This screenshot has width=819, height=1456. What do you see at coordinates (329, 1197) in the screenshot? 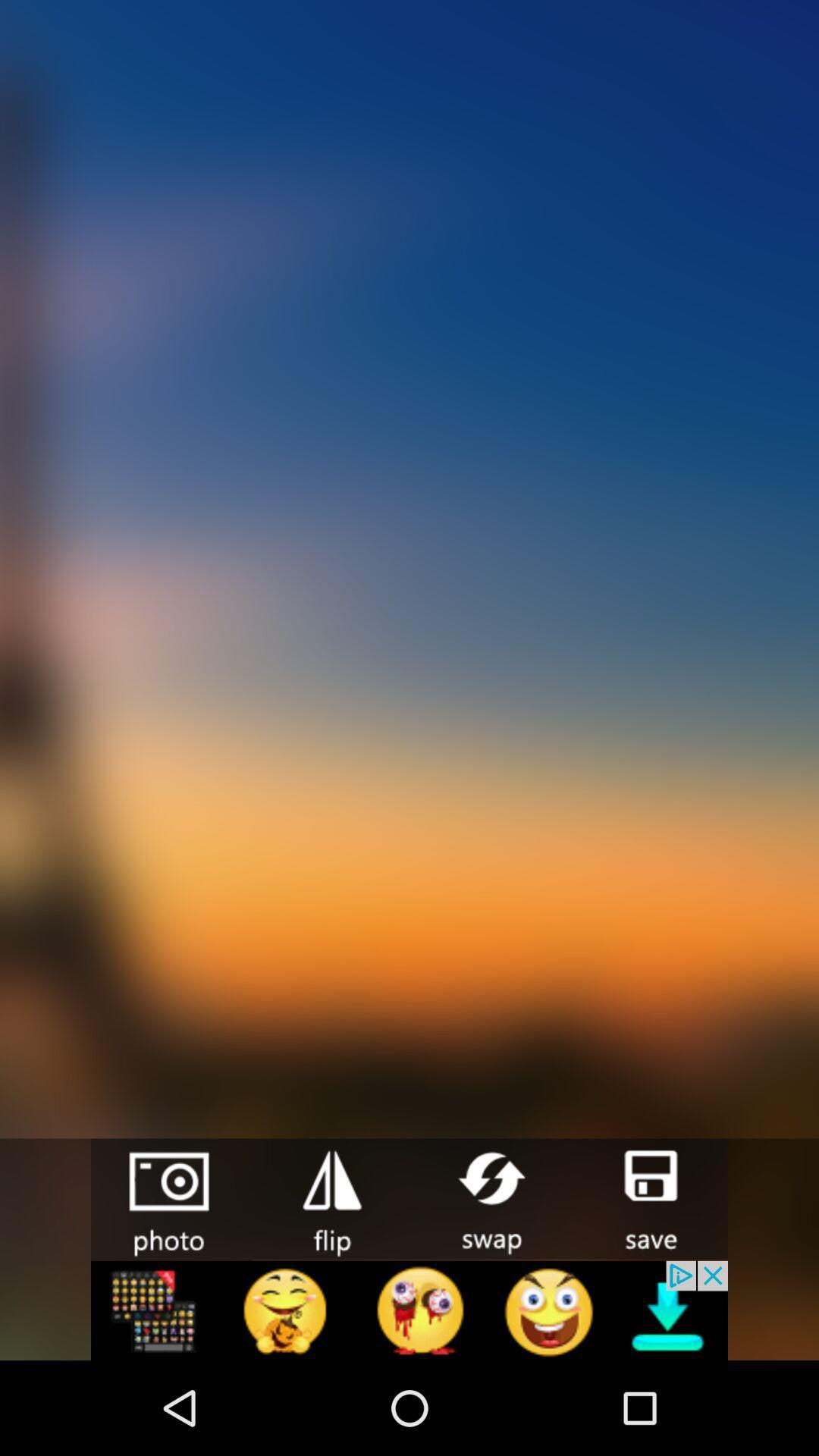
I see `flip the image 180 degrees` at bounding box center [329, 1197].